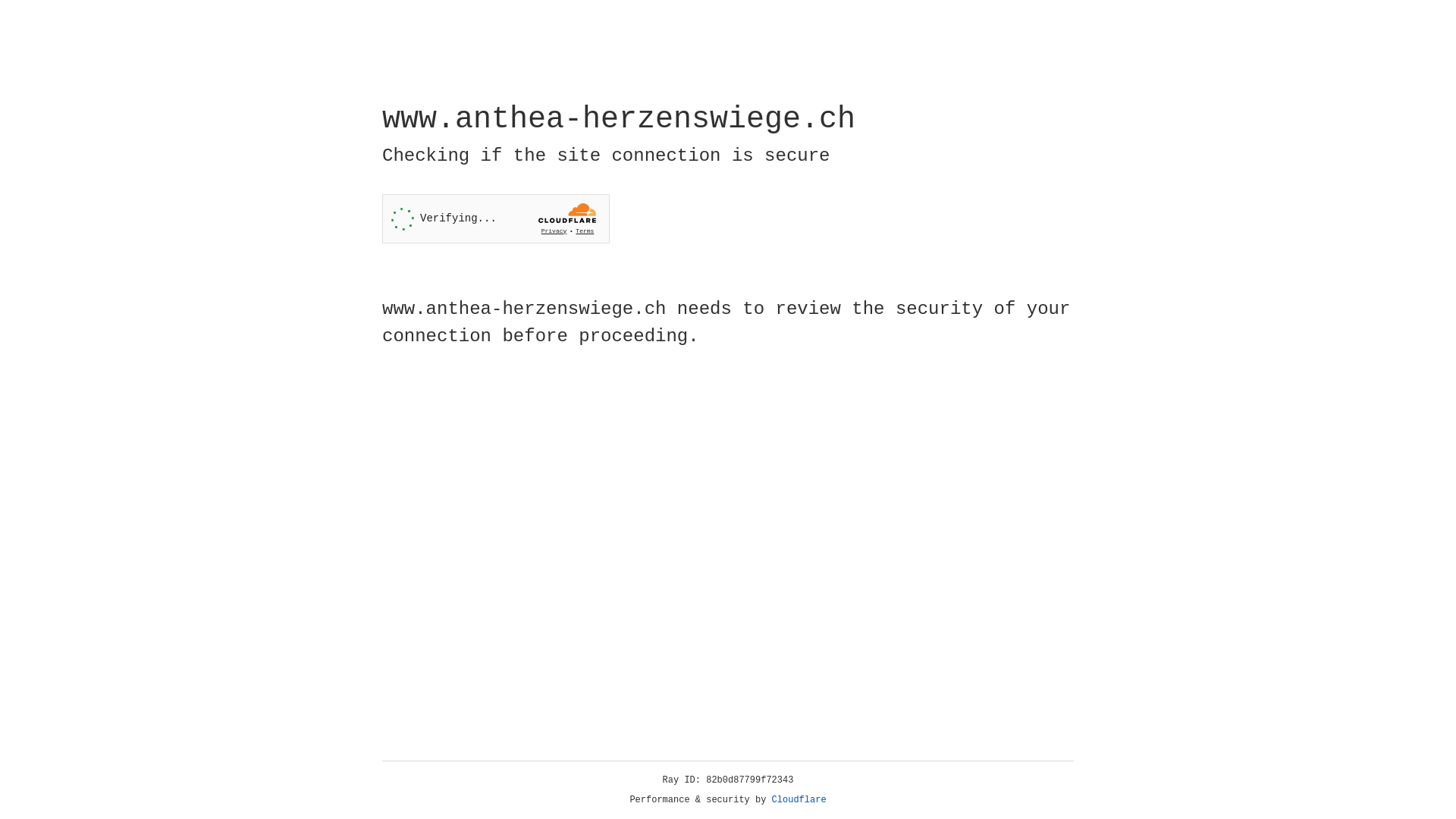 The height and width of the screenshot is (819, 1456). Describe the element at coordinates (799, 799) in the screenshot. I see `'Cloudflare'` at that location.